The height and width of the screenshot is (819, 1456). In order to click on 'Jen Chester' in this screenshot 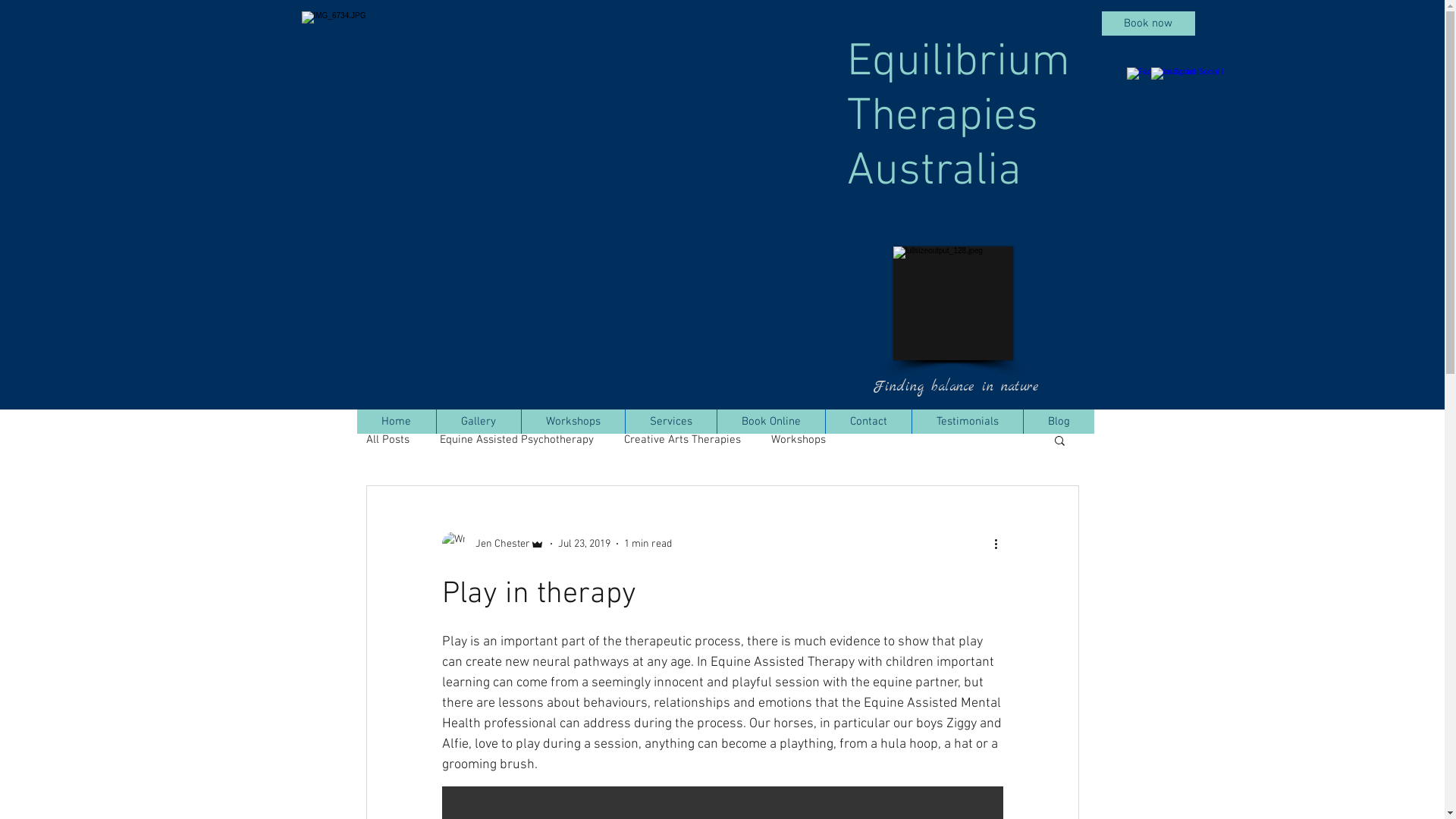, I will do `click(440, 543)`.